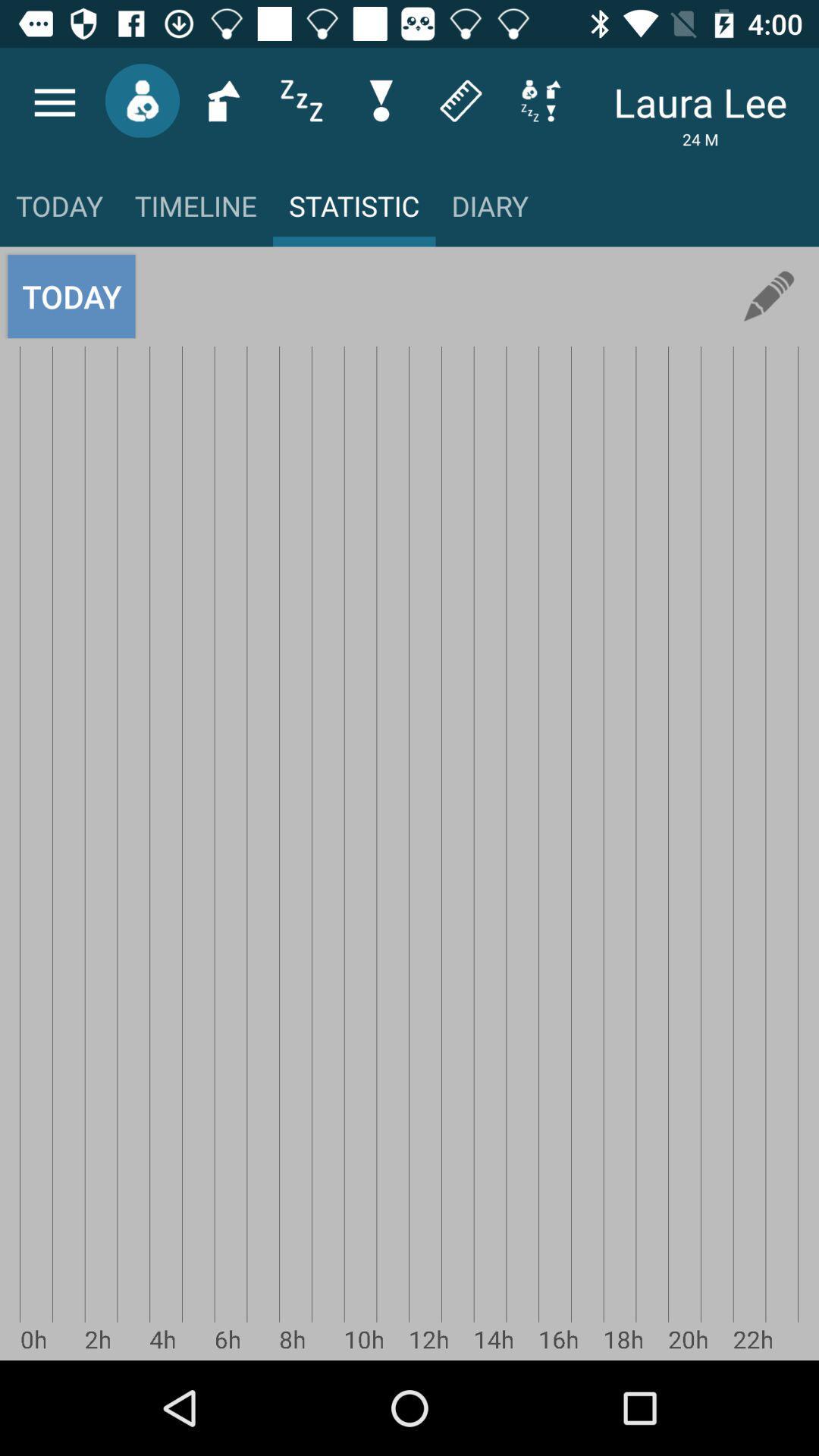  What do you see at coordinates (769, 297) in the screenshot?
I see `icon next to diary` at bounding box center [769, 297].